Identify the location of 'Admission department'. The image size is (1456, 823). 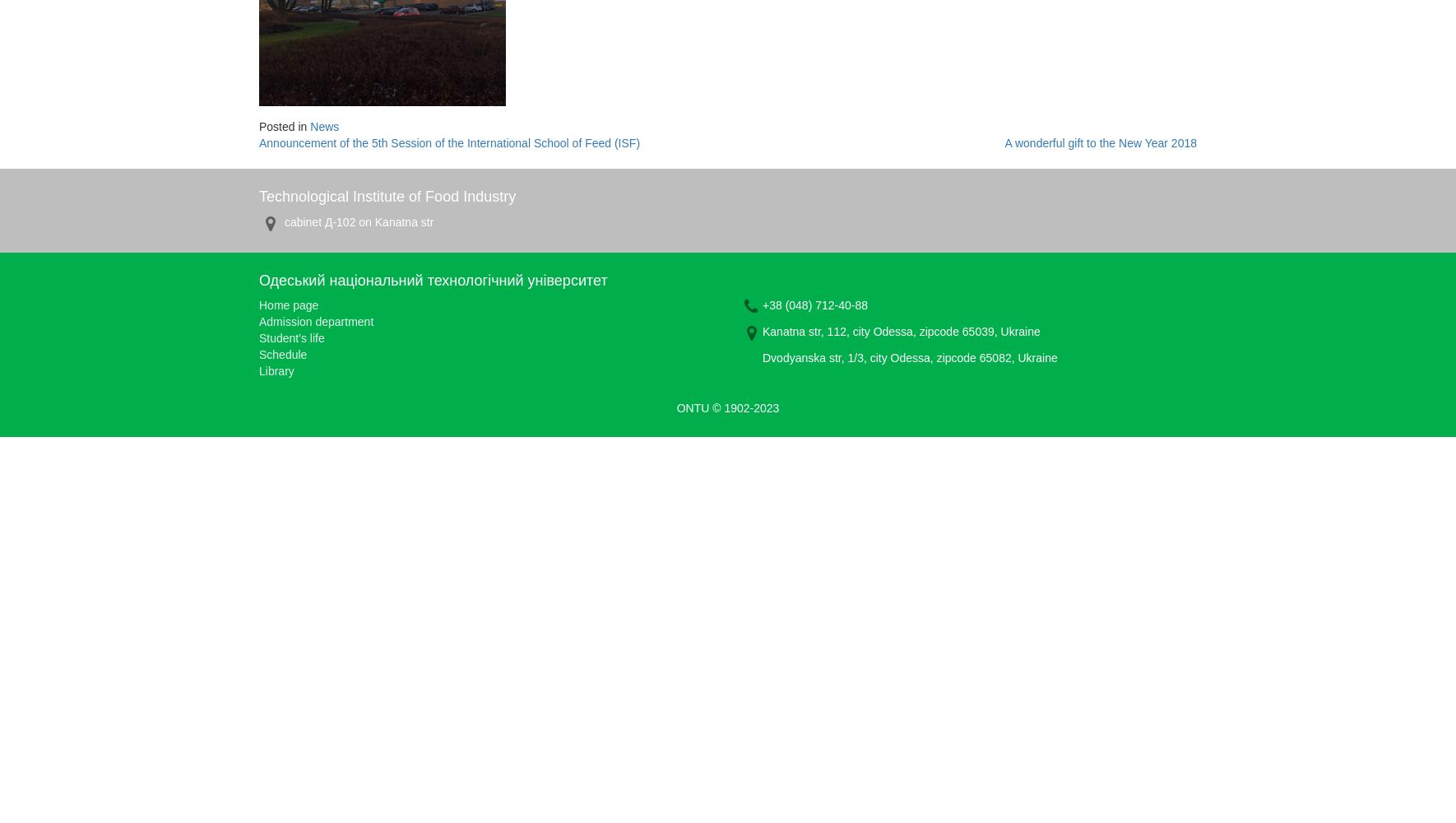
(315, 322).